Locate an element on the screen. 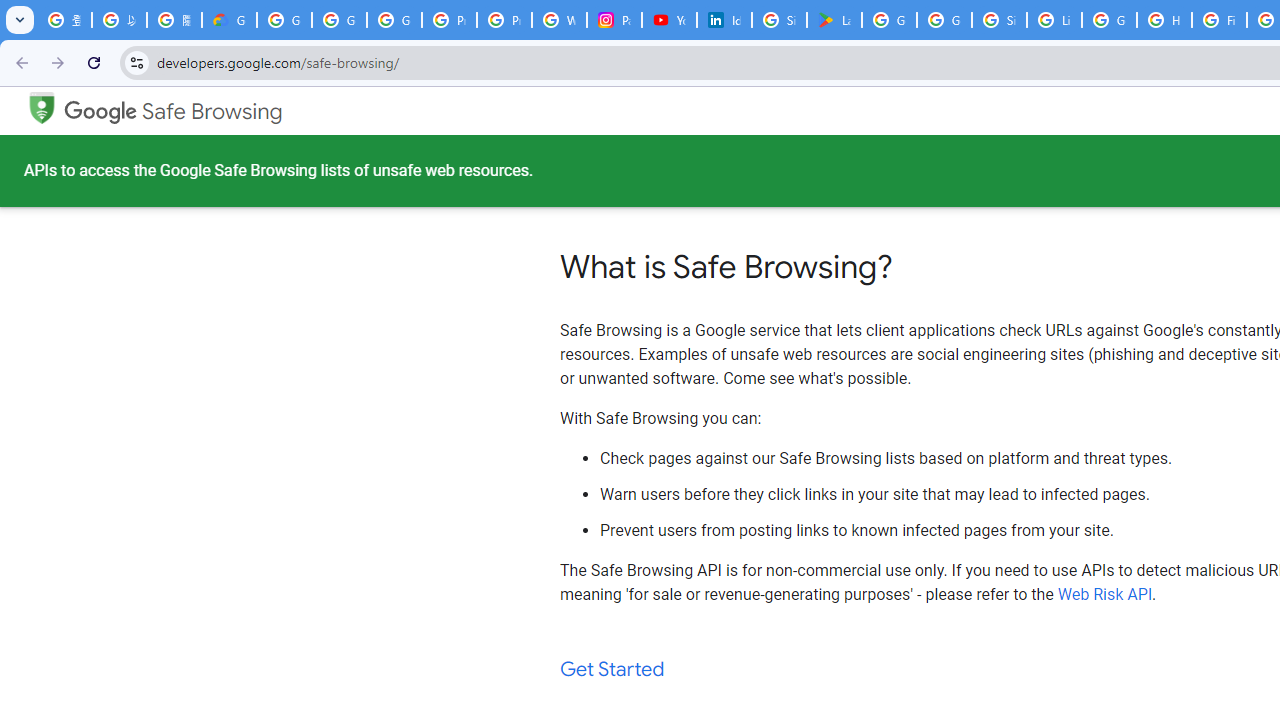  'Sign in - Google Accounts' is located at coordinates (999, 20).